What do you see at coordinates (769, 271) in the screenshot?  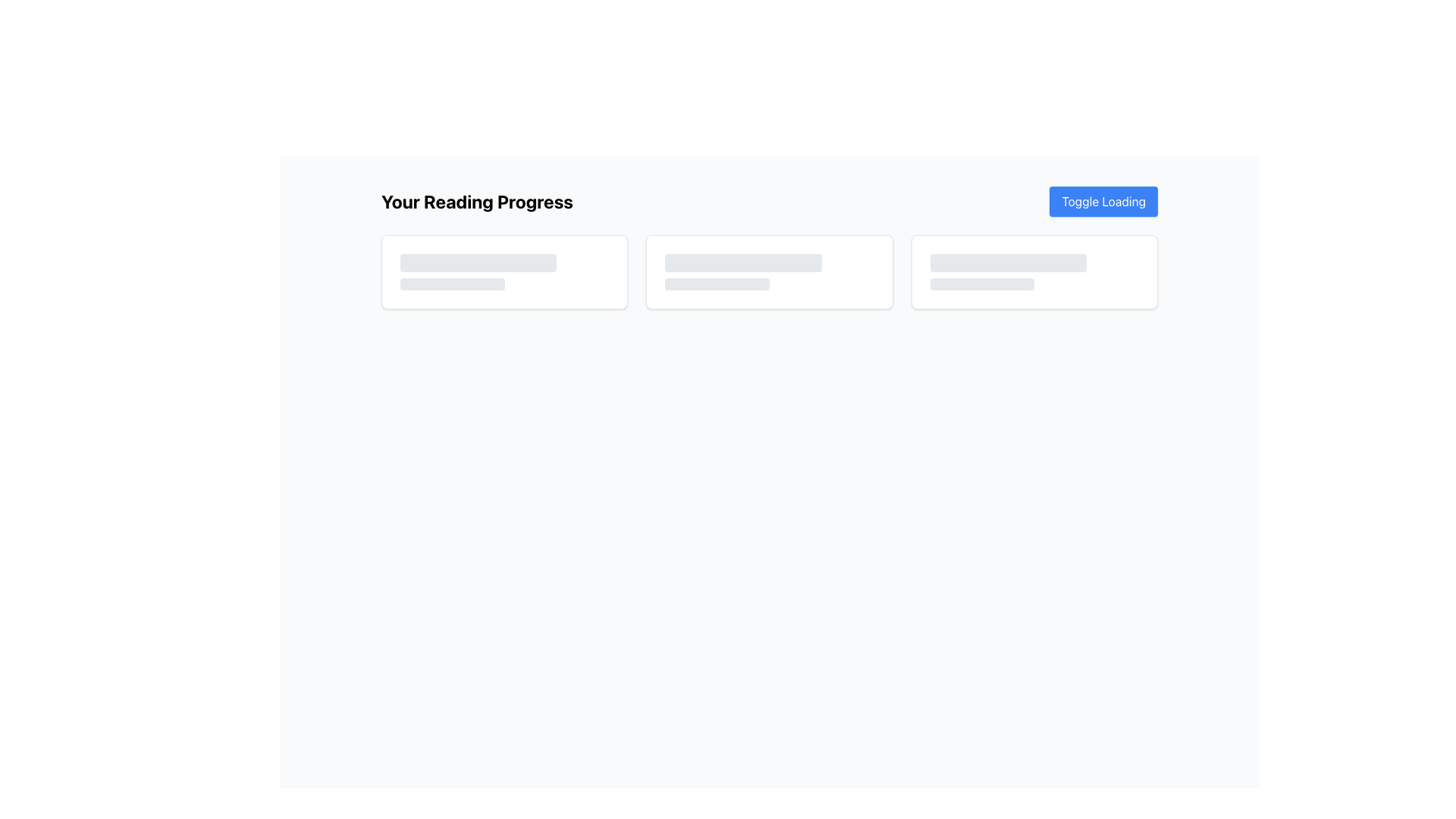 I see `the loading indicator component, which consists of two stacked rectangular blocks with a gray rounded design, positioned centrally within the middle card of three horizontally aligned cards` at bounding box center [769, 271].